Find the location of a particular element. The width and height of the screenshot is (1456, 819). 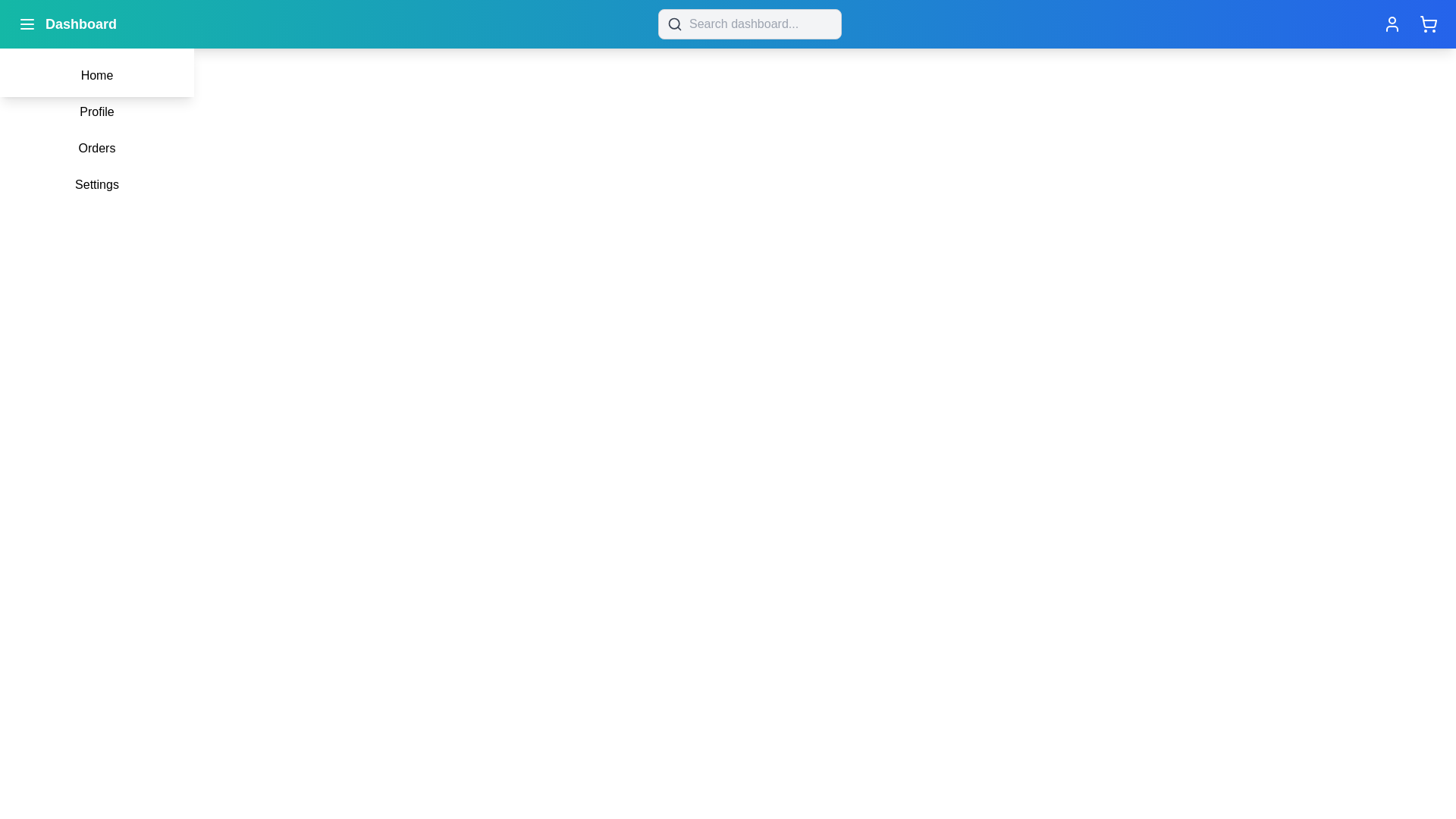

the shopping cart icon located at the top-right corner of the application header is located at coordinates (1427, 24).